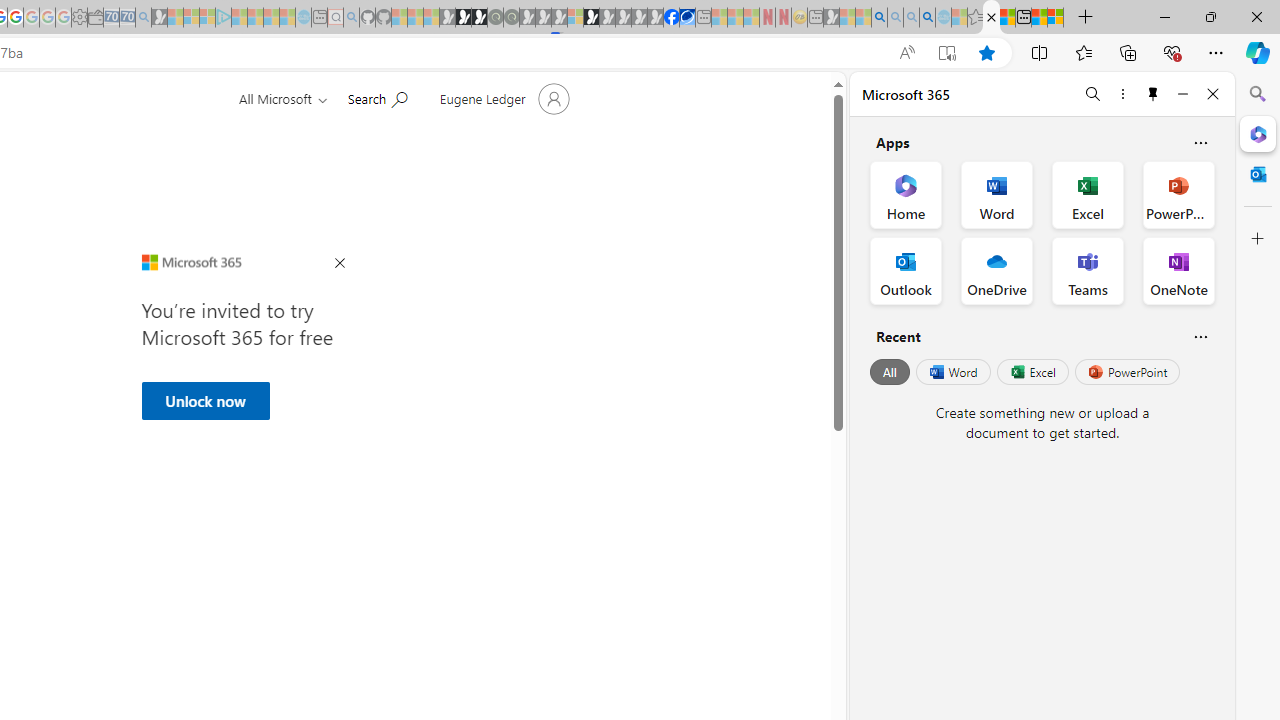 The width and height of the screenshot is (1280, 720). I want to click on 'Bing AI - Search', so click(879, 17).